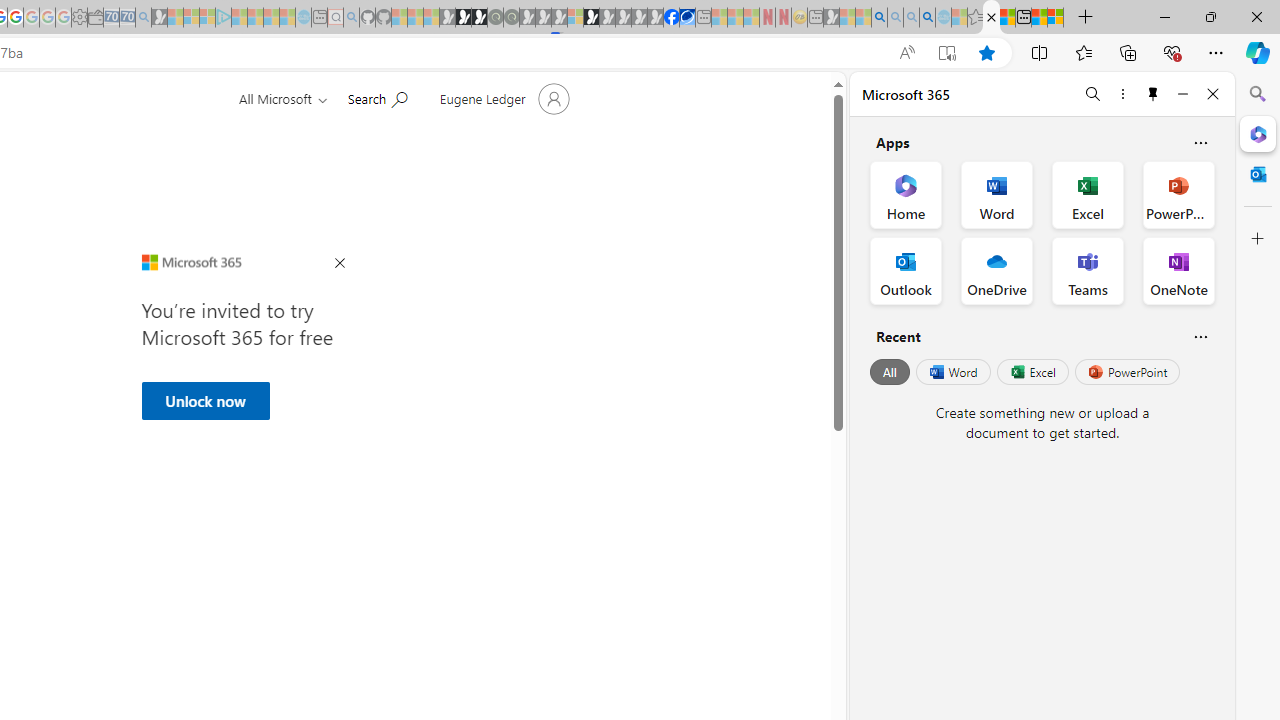 The width and height of the screenshot is (1280, 720). I want to click on 'Bing AI - Search', so click(879, 17).